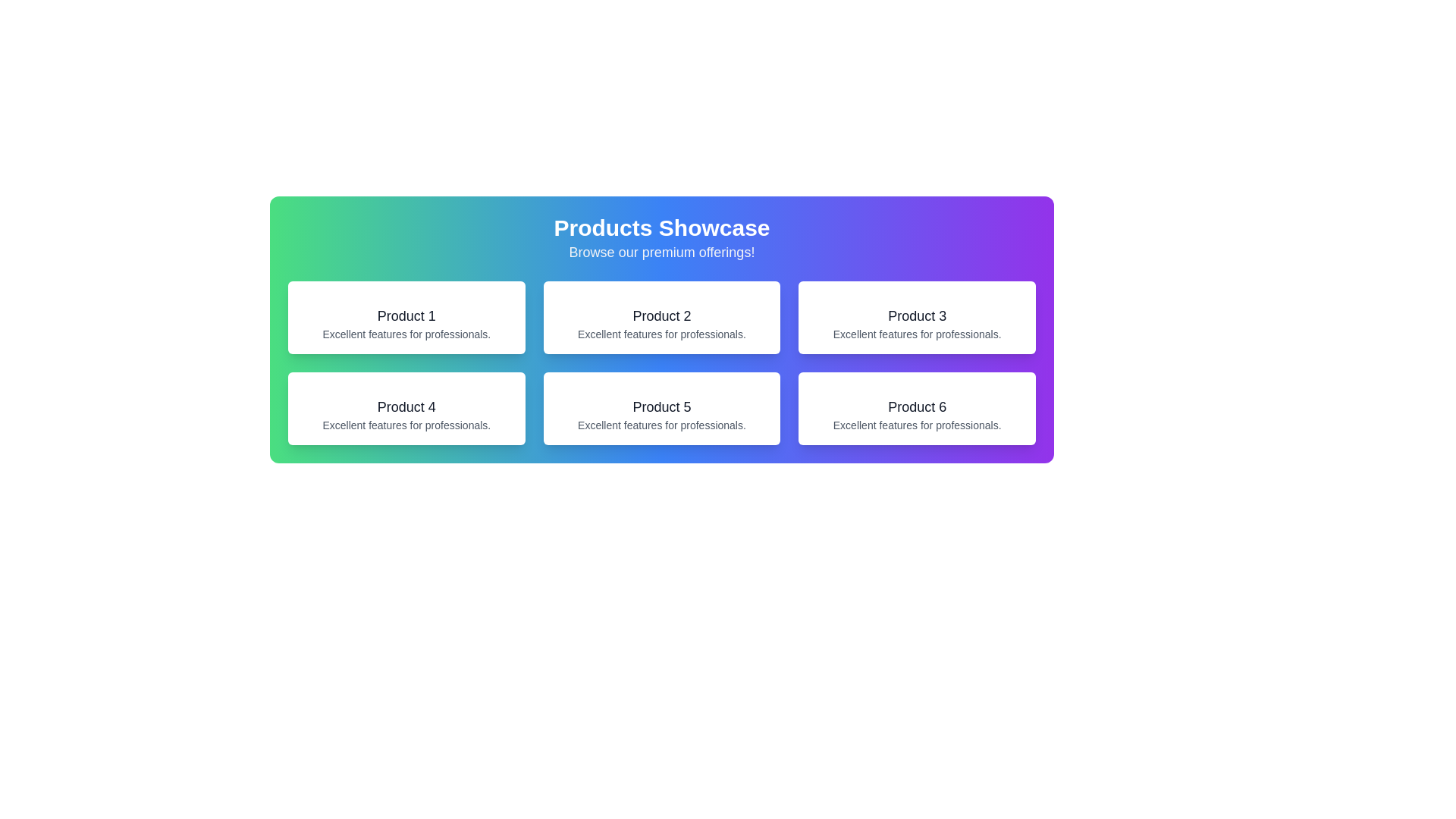  Describe the element at coordinates (662, 408) in the screenshot. I see `the rectangular card displaying 'Product 5' with a white background and rounded corners, located in the second position of the second row in a grid layout` at that location.